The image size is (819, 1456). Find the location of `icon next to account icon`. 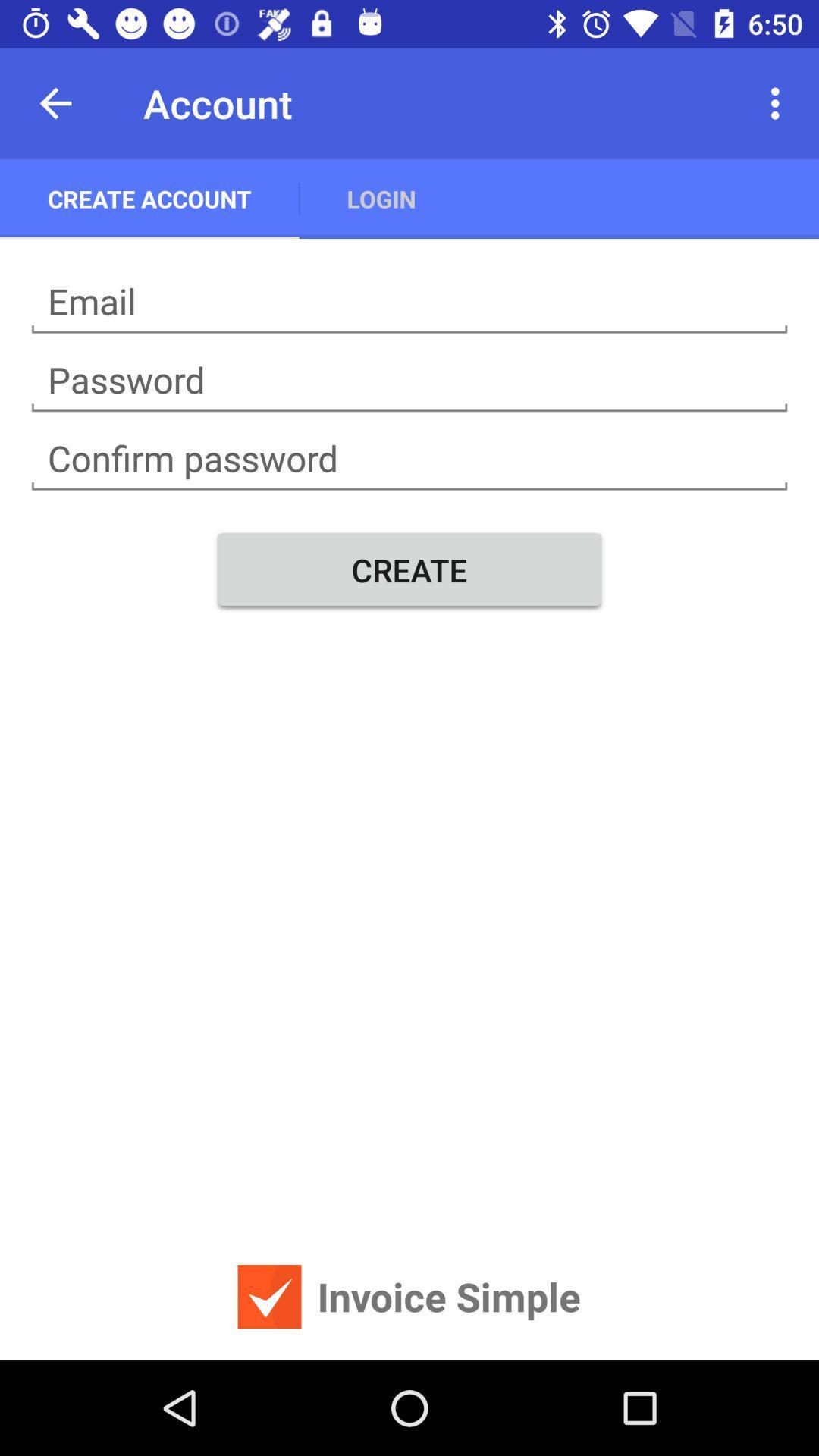

icon next to account icon is located at coordinates (55, 102).